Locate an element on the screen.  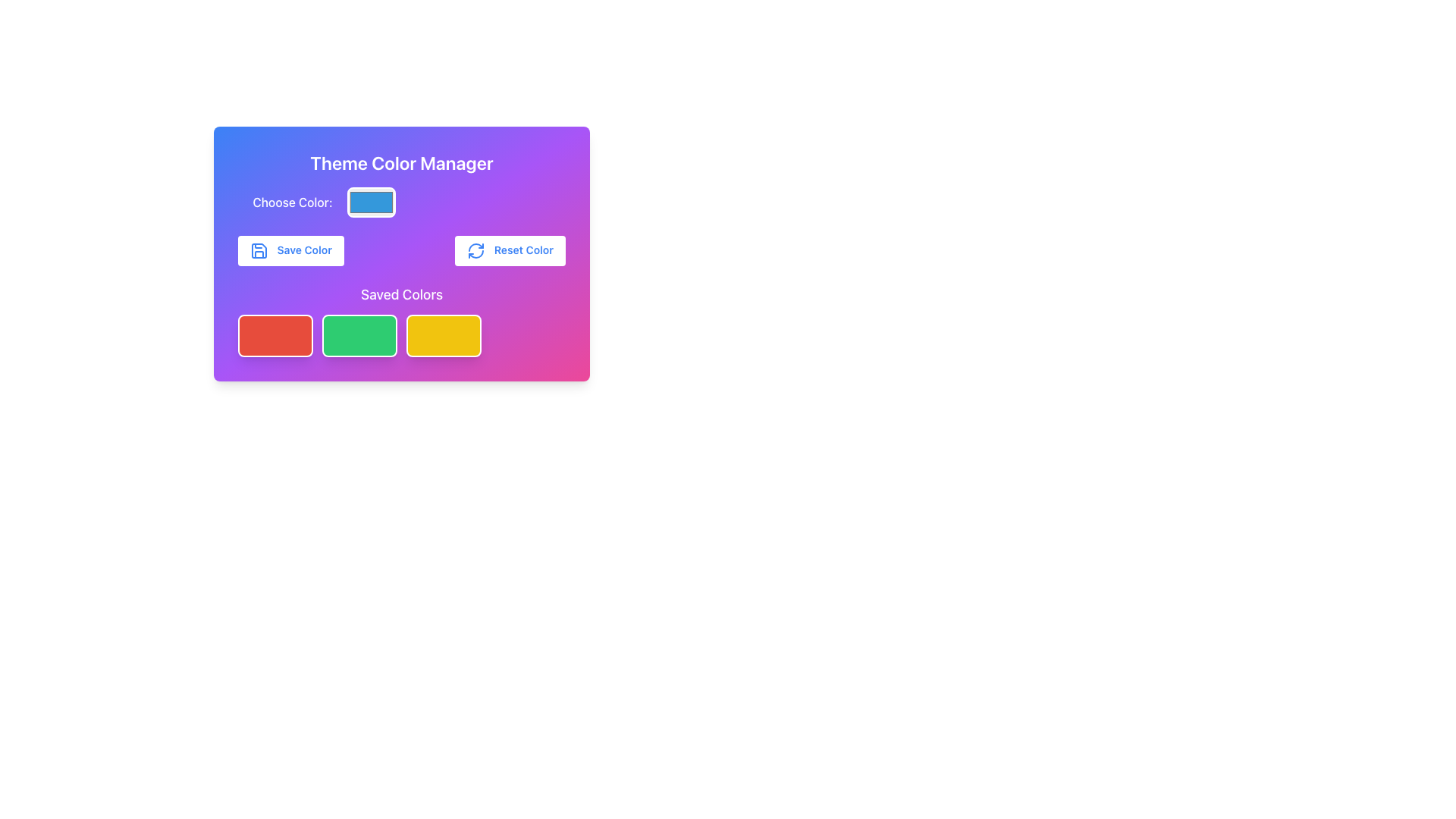
the reset action icon located within the 'Reset Color' button is located at coordinates (475, 250).